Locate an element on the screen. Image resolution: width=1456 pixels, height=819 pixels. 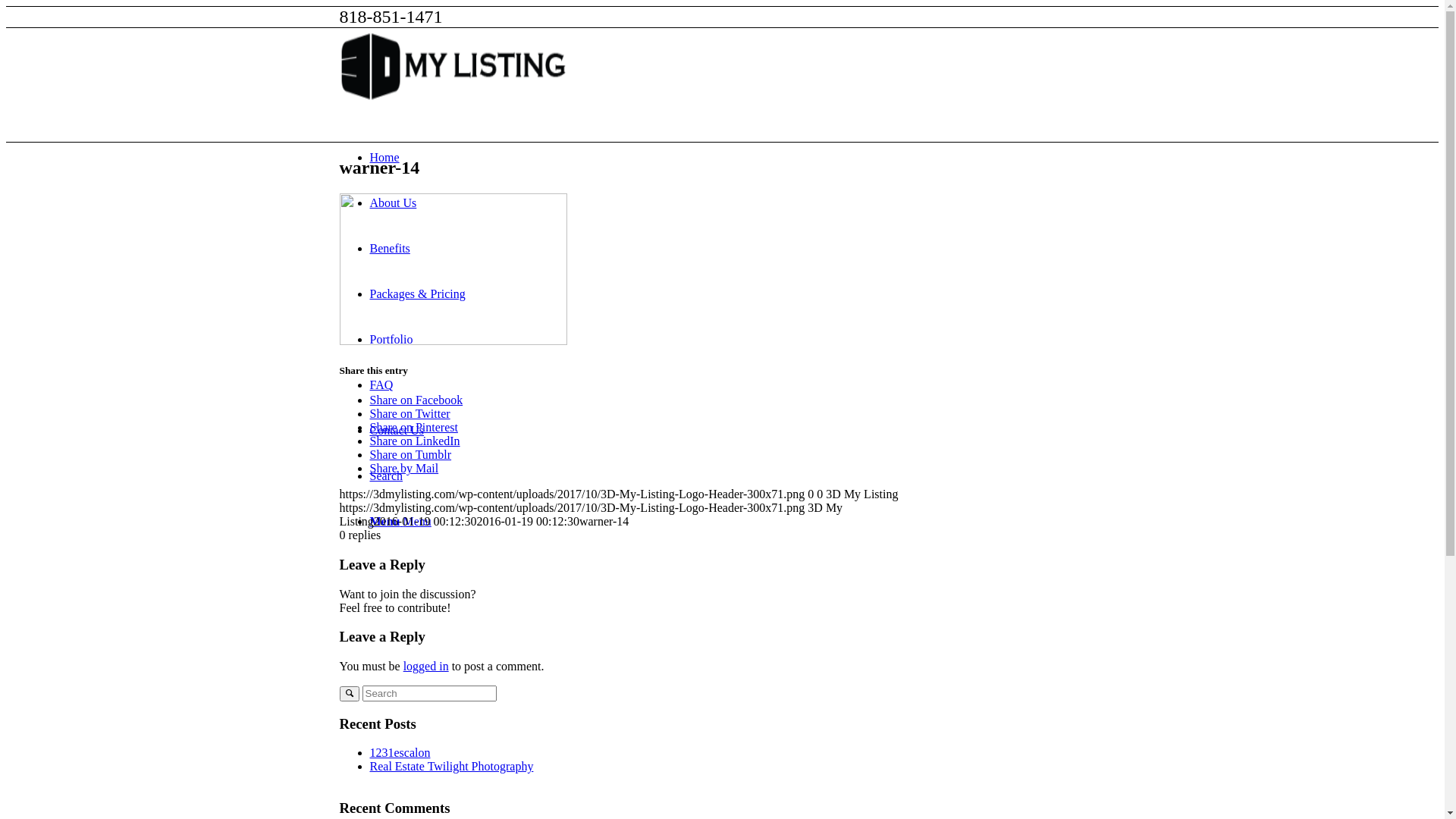
'Search' is located at coordinates (370, 475).